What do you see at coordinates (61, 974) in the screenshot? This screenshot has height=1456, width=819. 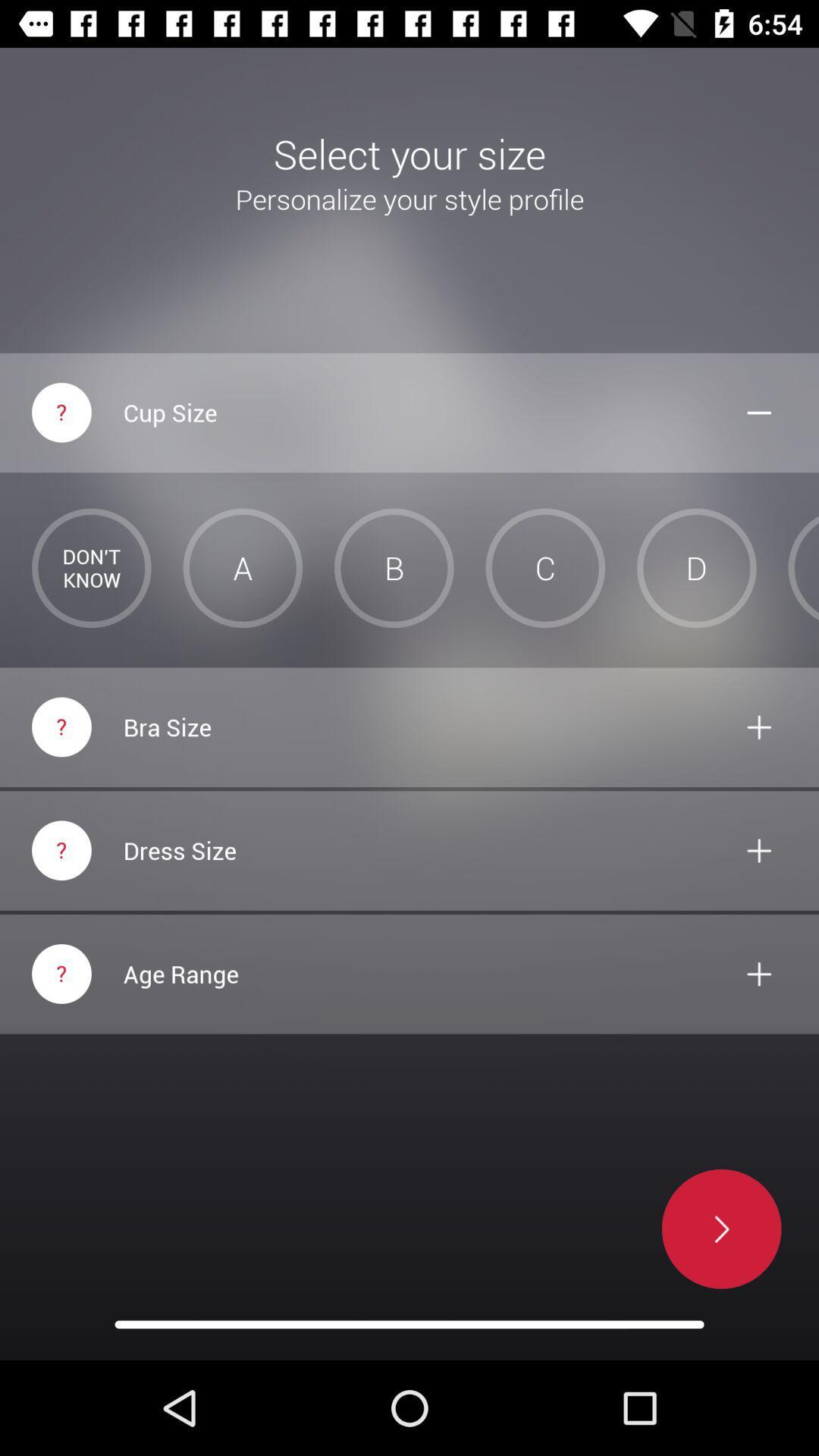 I see `the help icon` at bounding box center [61, 974].